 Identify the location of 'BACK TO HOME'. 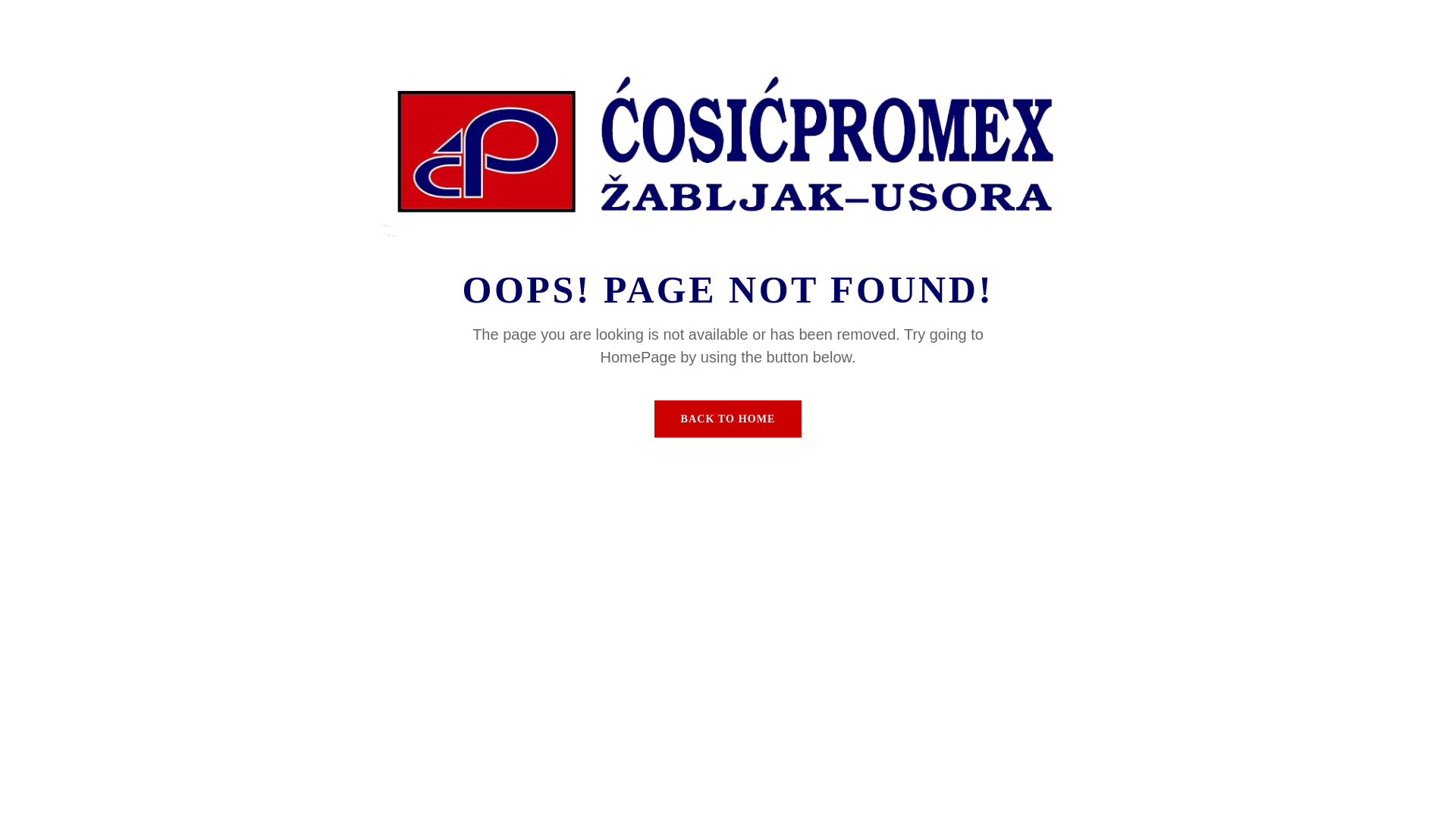
(728, 419).